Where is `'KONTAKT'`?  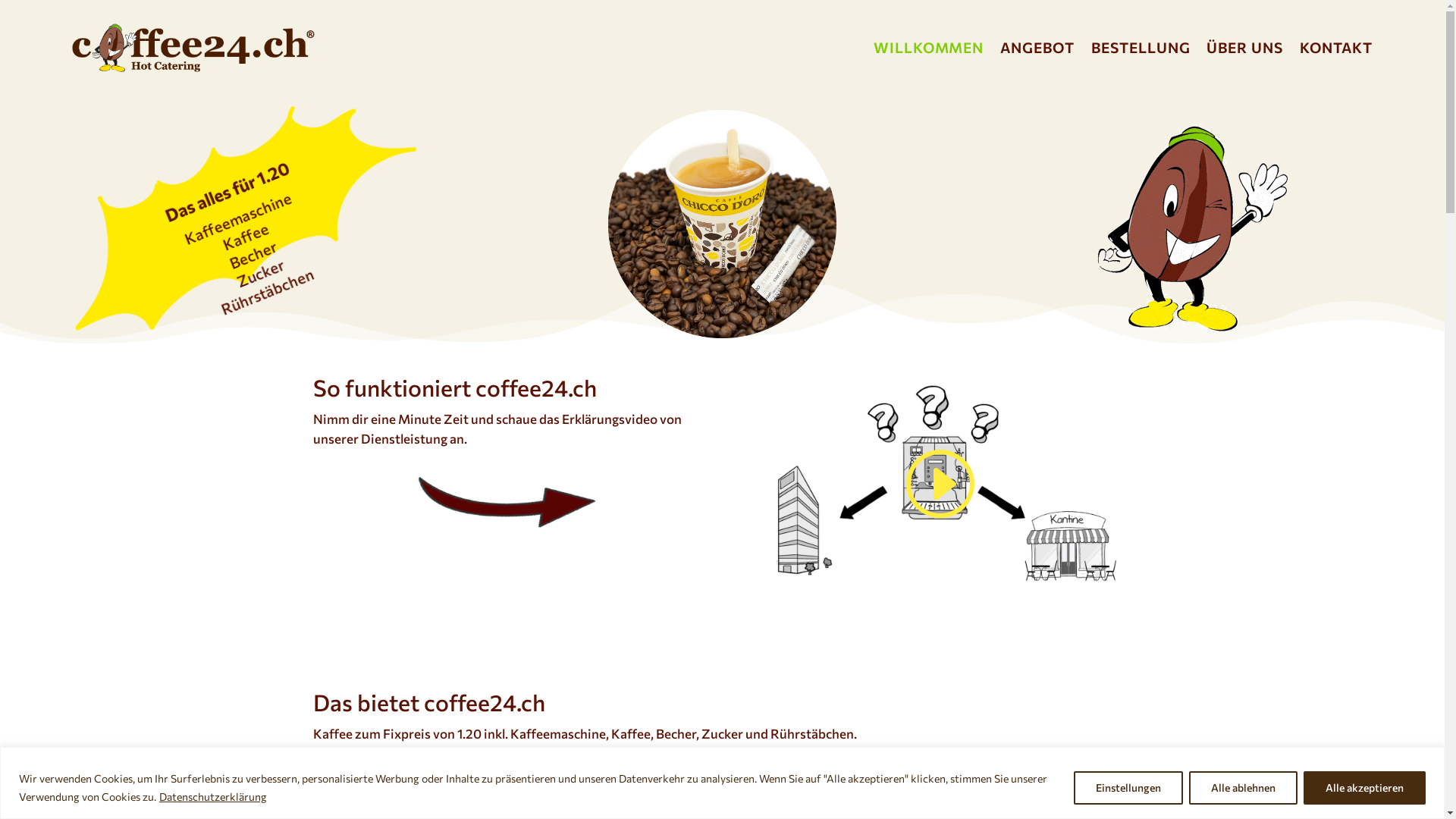 'KONTAKT' is located at coordinates (1335, 46).